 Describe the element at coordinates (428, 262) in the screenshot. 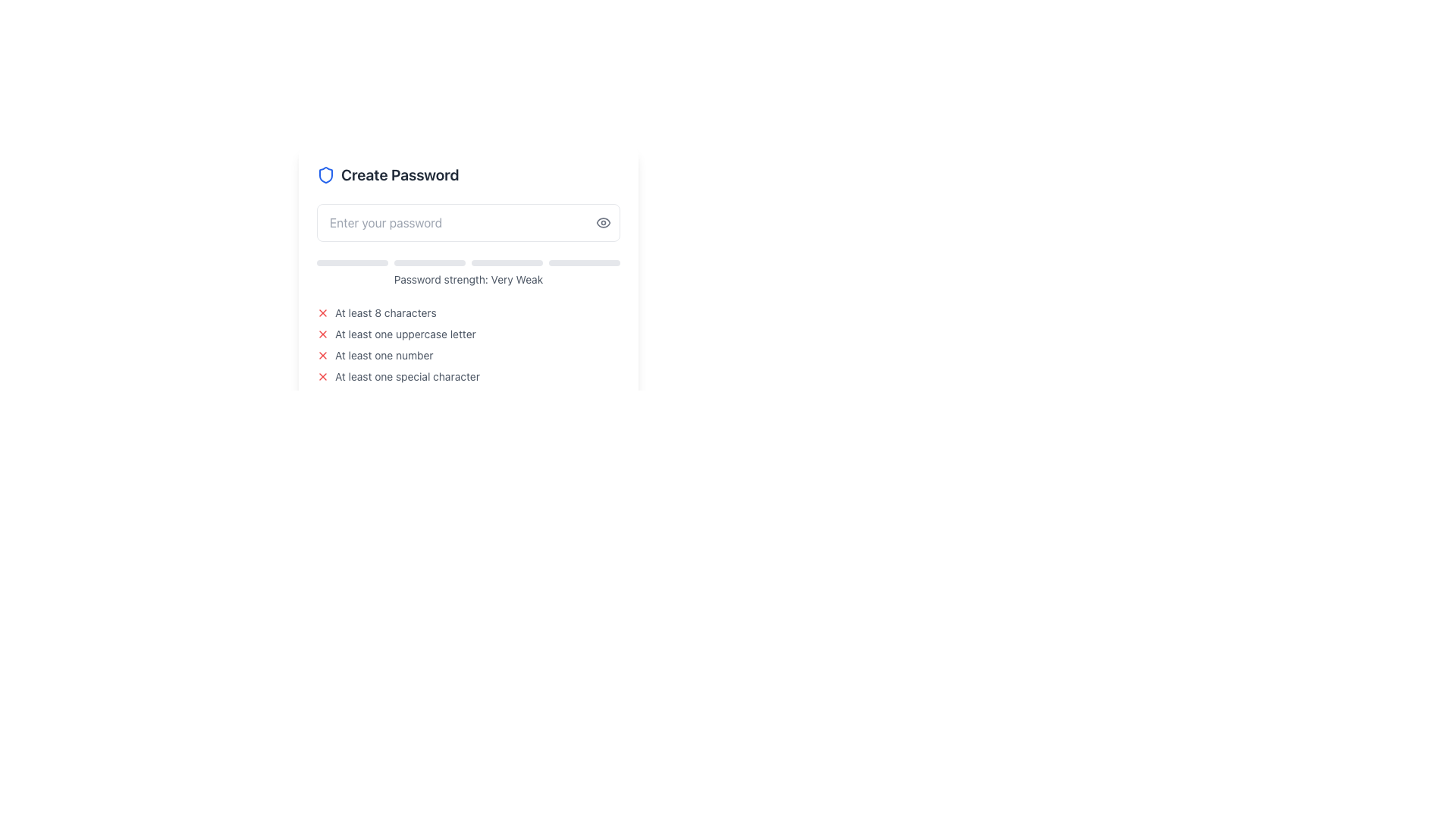

I see `the second progress bar segment, which is a light gray thin rectangular bar with rounded edges, located below the password input field` at that location.